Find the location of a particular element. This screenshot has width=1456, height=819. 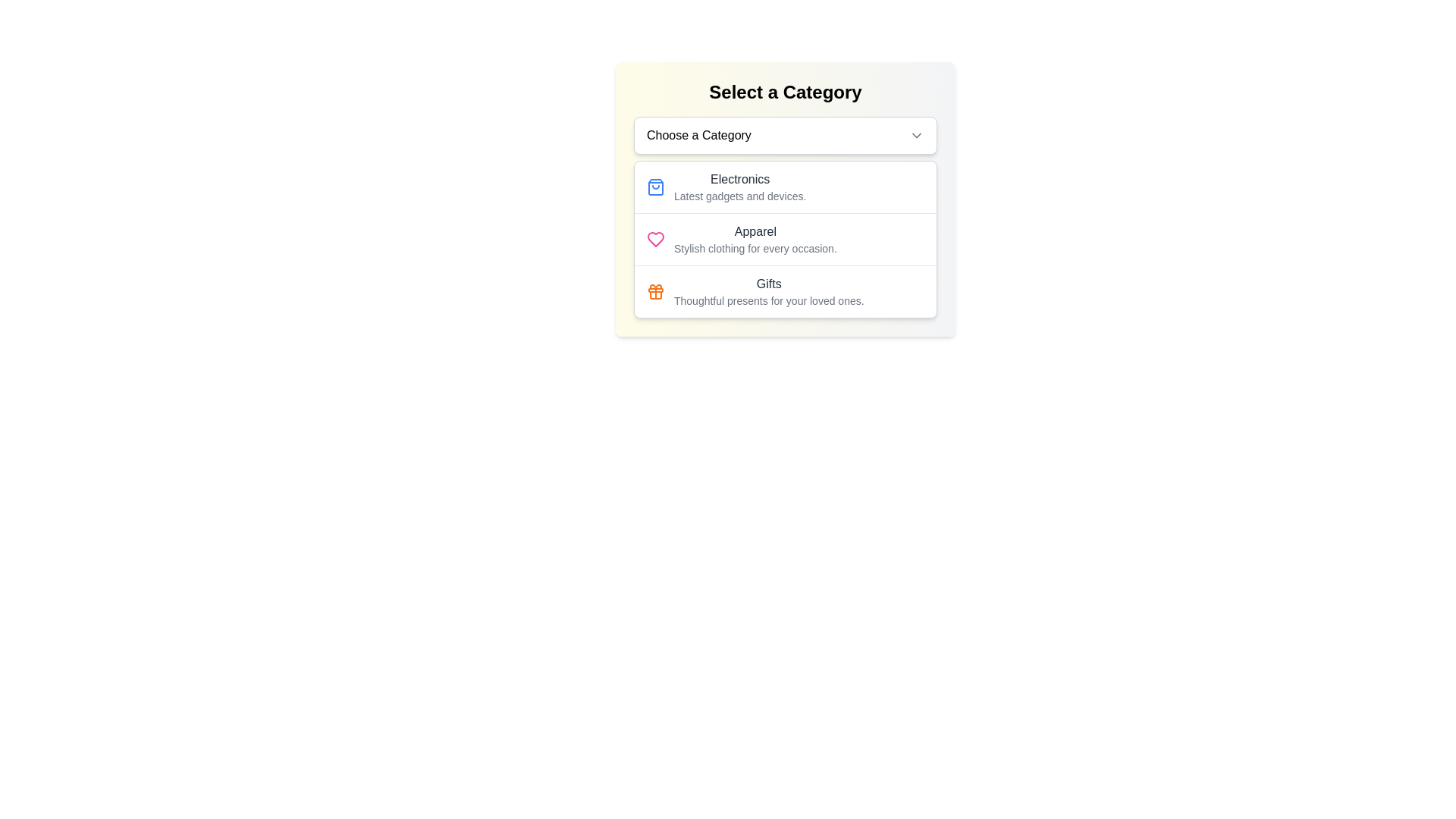

the orange-colored gift box icon that represents the 'Gifts' category in the menu options is located at coordinates (655, 292).